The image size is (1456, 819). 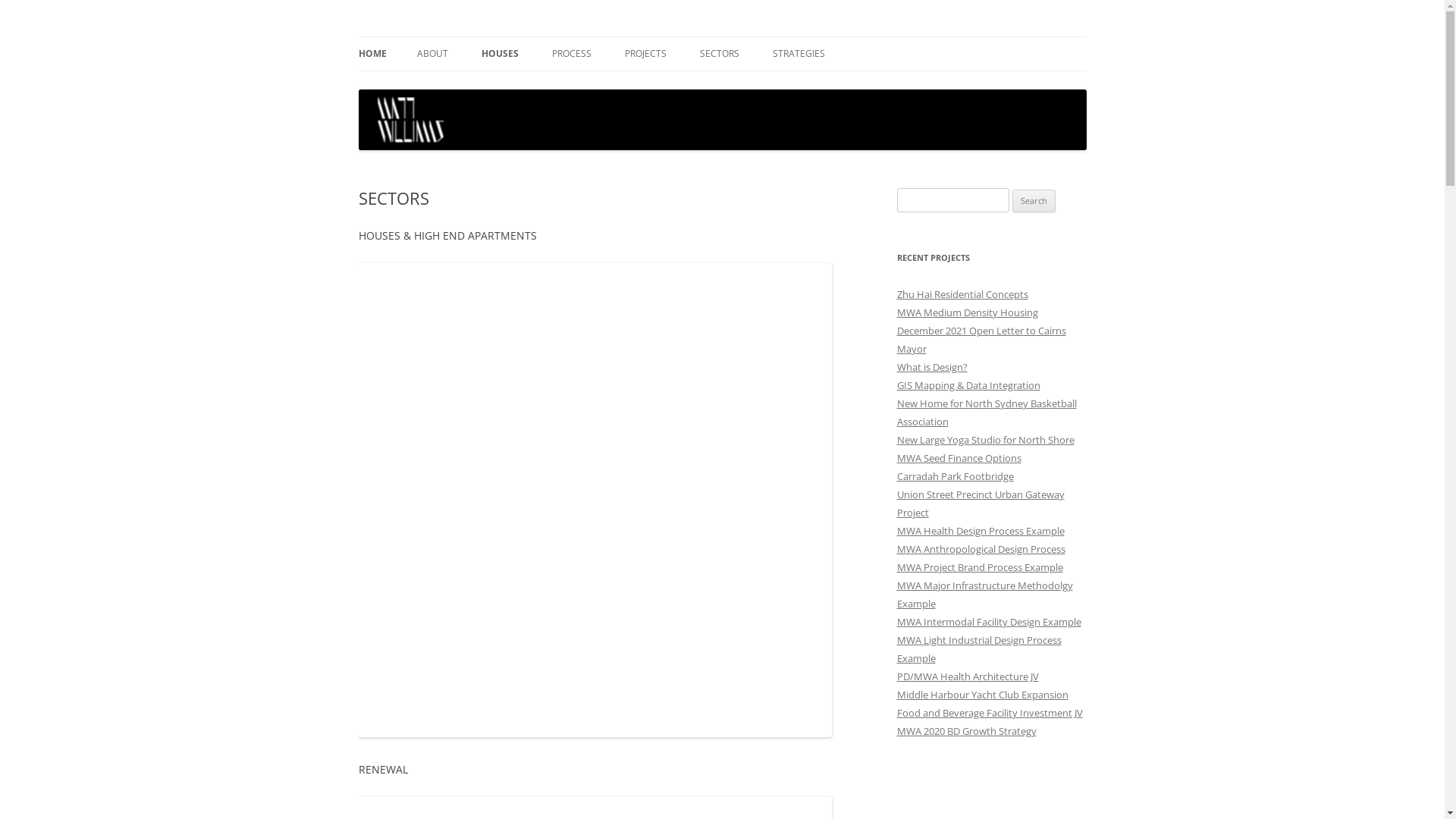 What do you see at coordinates (372, 52) in the screenshot?
I see `'HOME'` at bounding box center [372, 52].